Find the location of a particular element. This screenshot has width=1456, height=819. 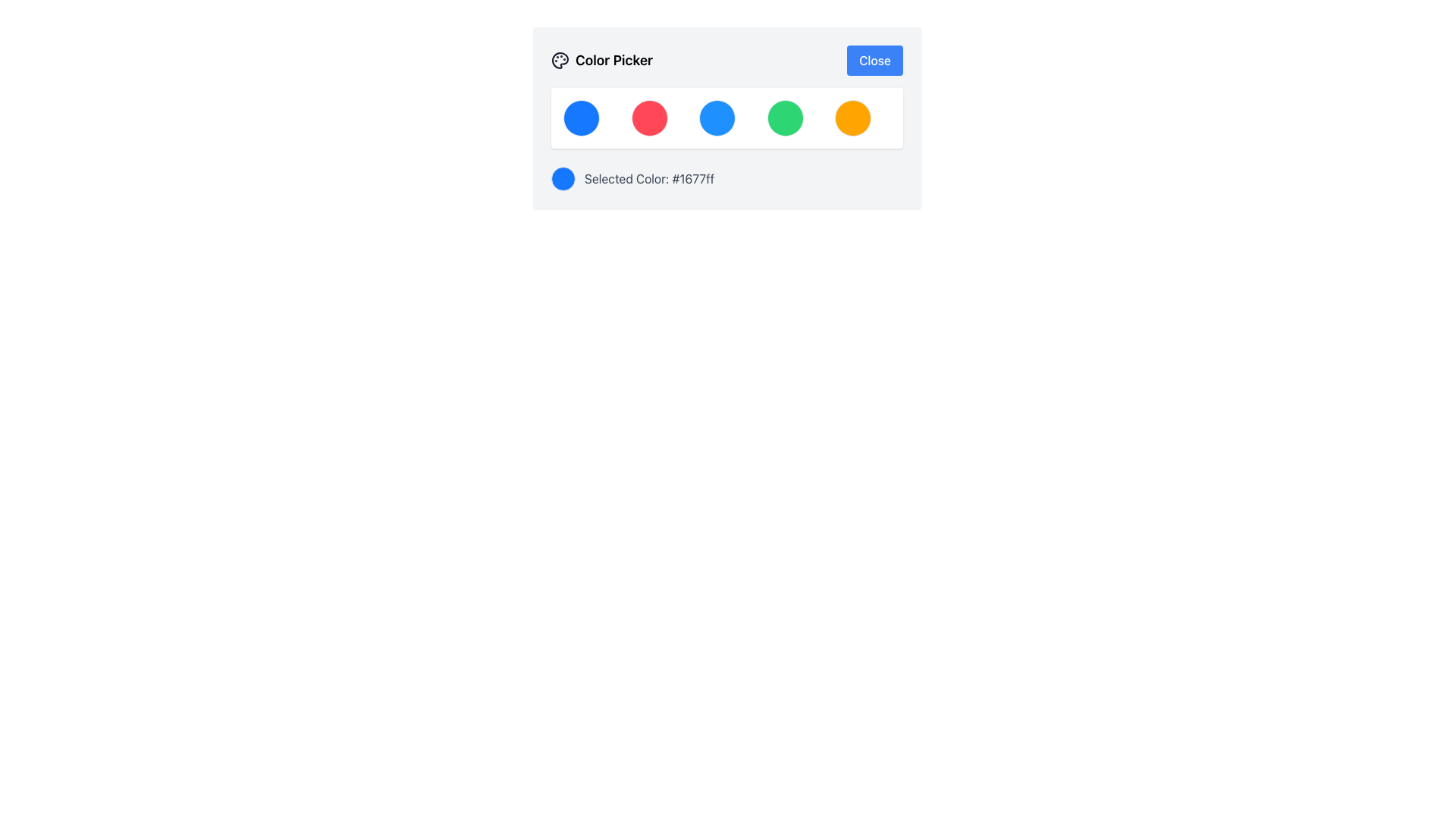

the circular red button located in the second position of a grid of five buttons below the 'Color Picker' header is located at coordinates (649, 117).